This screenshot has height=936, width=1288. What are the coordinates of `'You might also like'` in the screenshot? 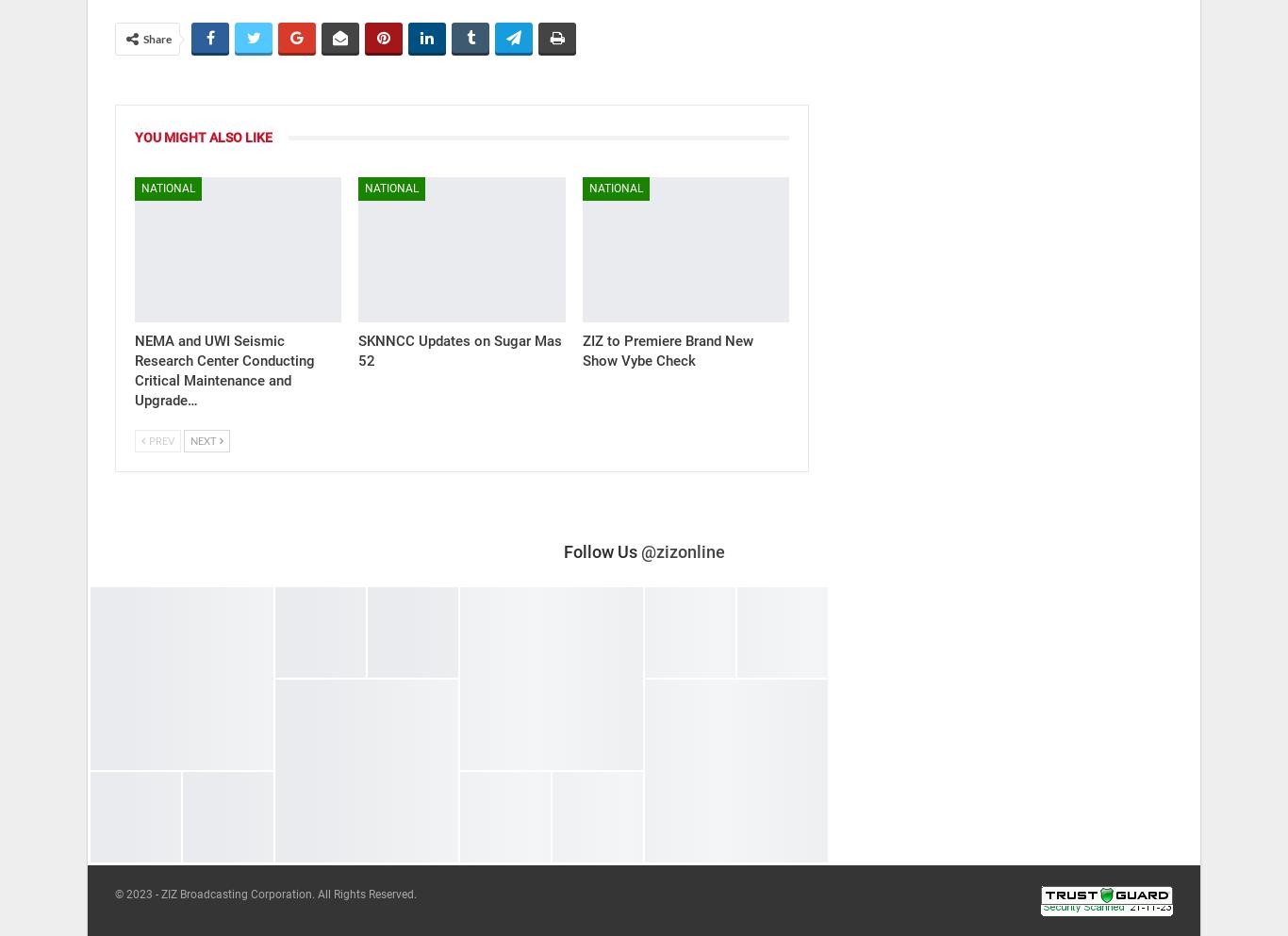 It's located at (202, 137).